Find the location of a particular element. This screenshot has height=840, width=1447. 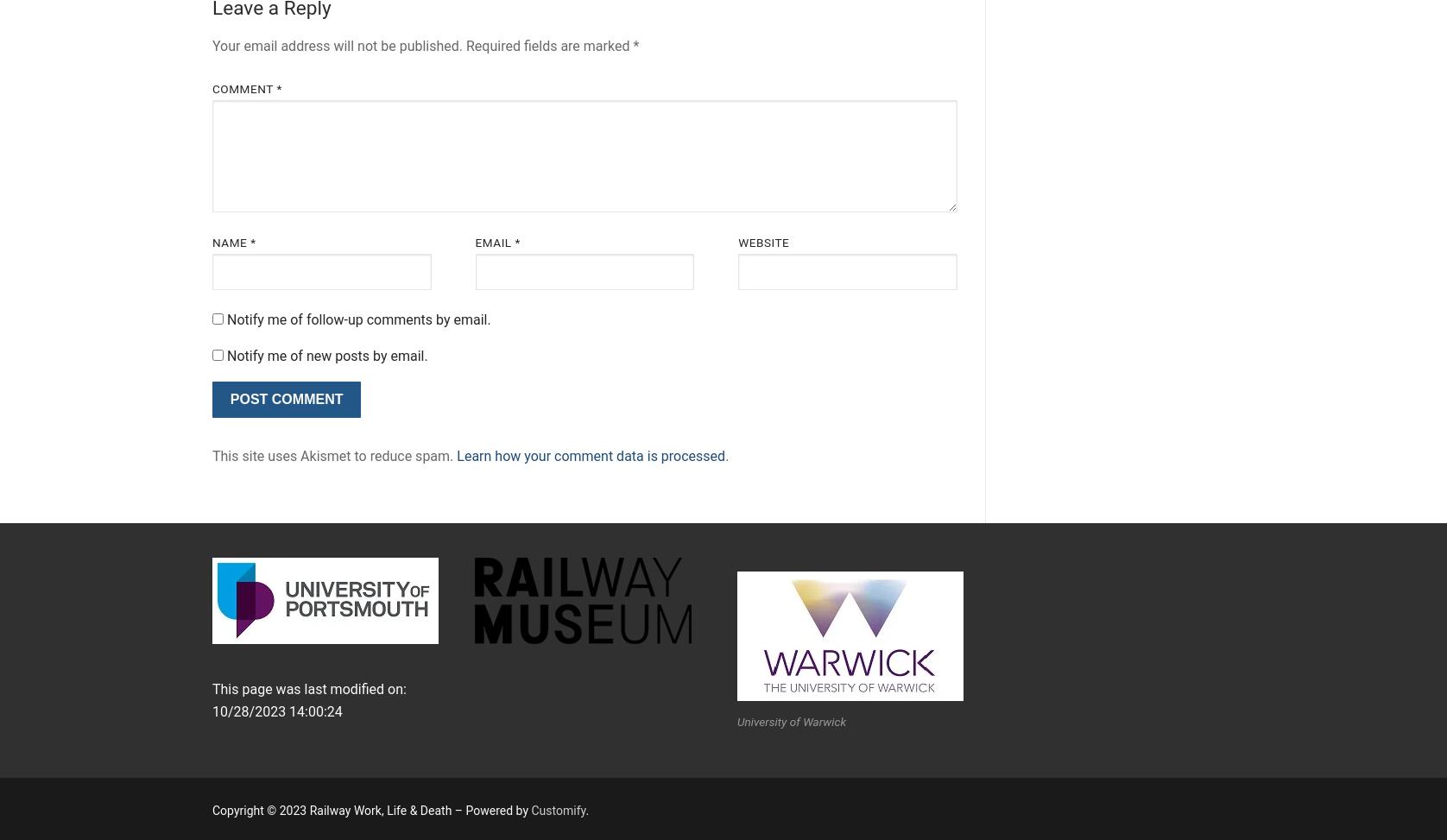

'Website' is located at coordinates (763, 243).